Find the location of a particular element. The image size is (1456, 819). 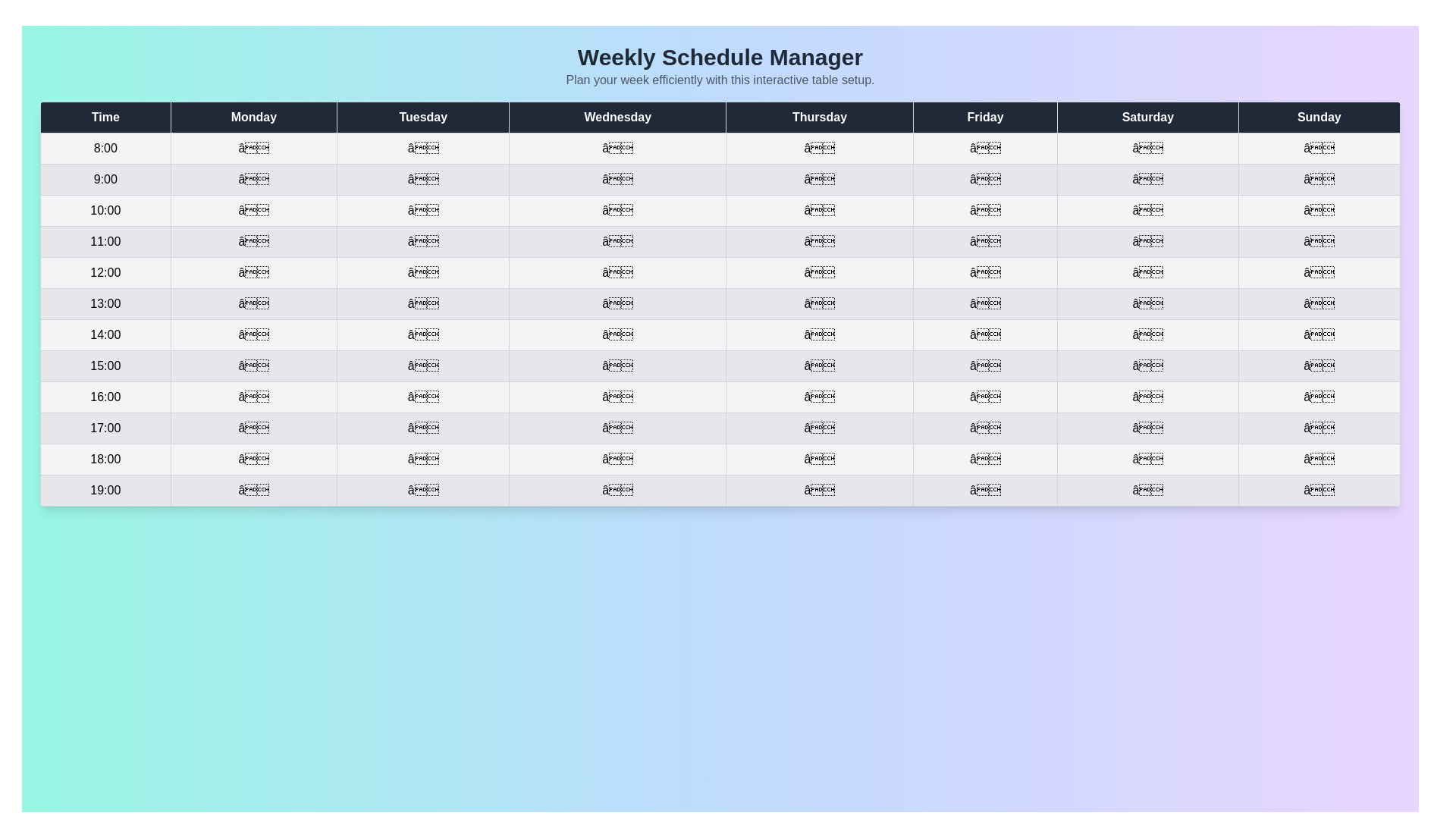

the header of the column labeled Wednesday to sort it is located at coordinates (617, 116).